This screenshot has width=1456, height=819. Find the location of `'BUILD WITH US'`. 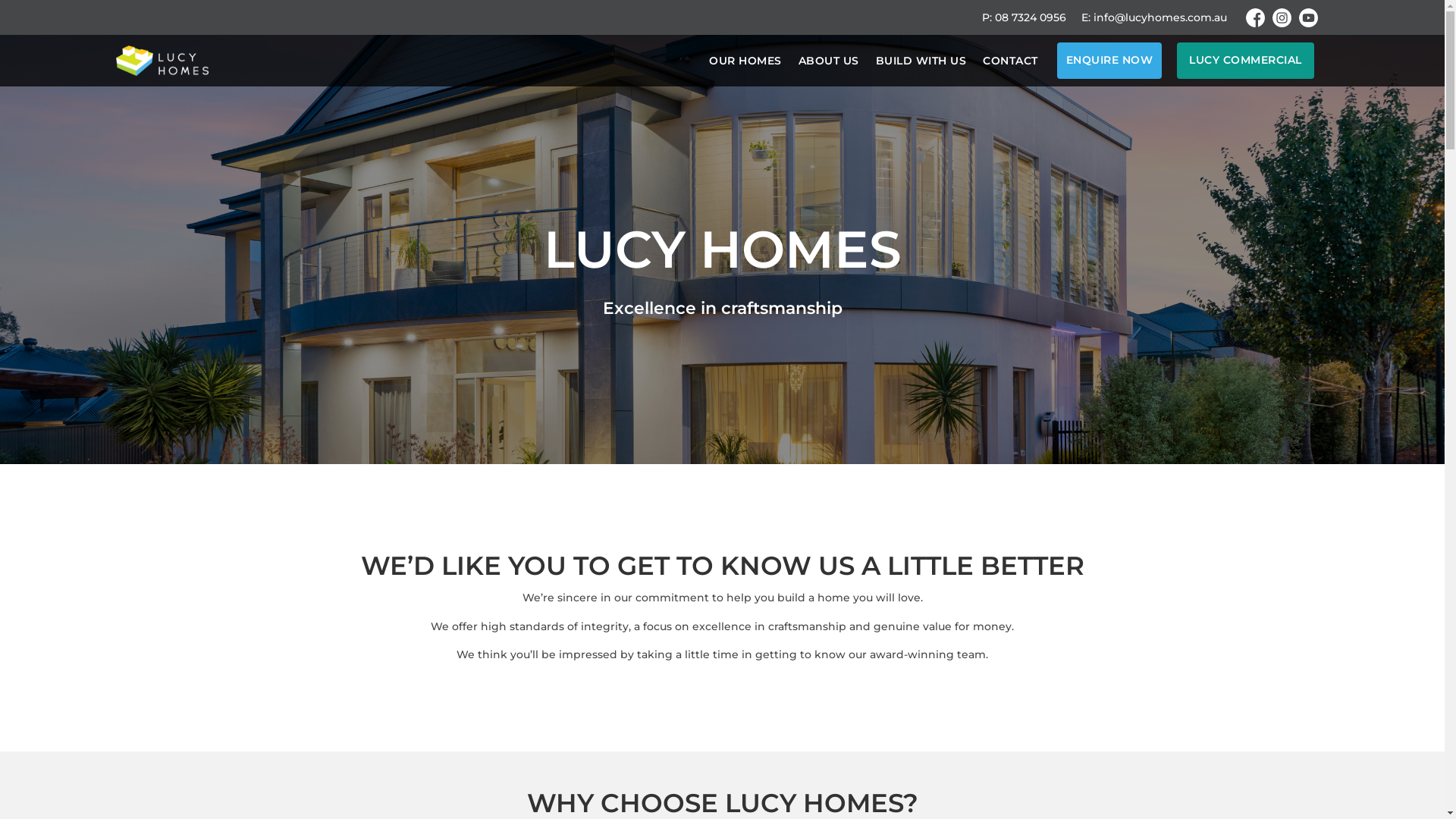

'BUILD WITH US' is located at coordinates (920, 60).